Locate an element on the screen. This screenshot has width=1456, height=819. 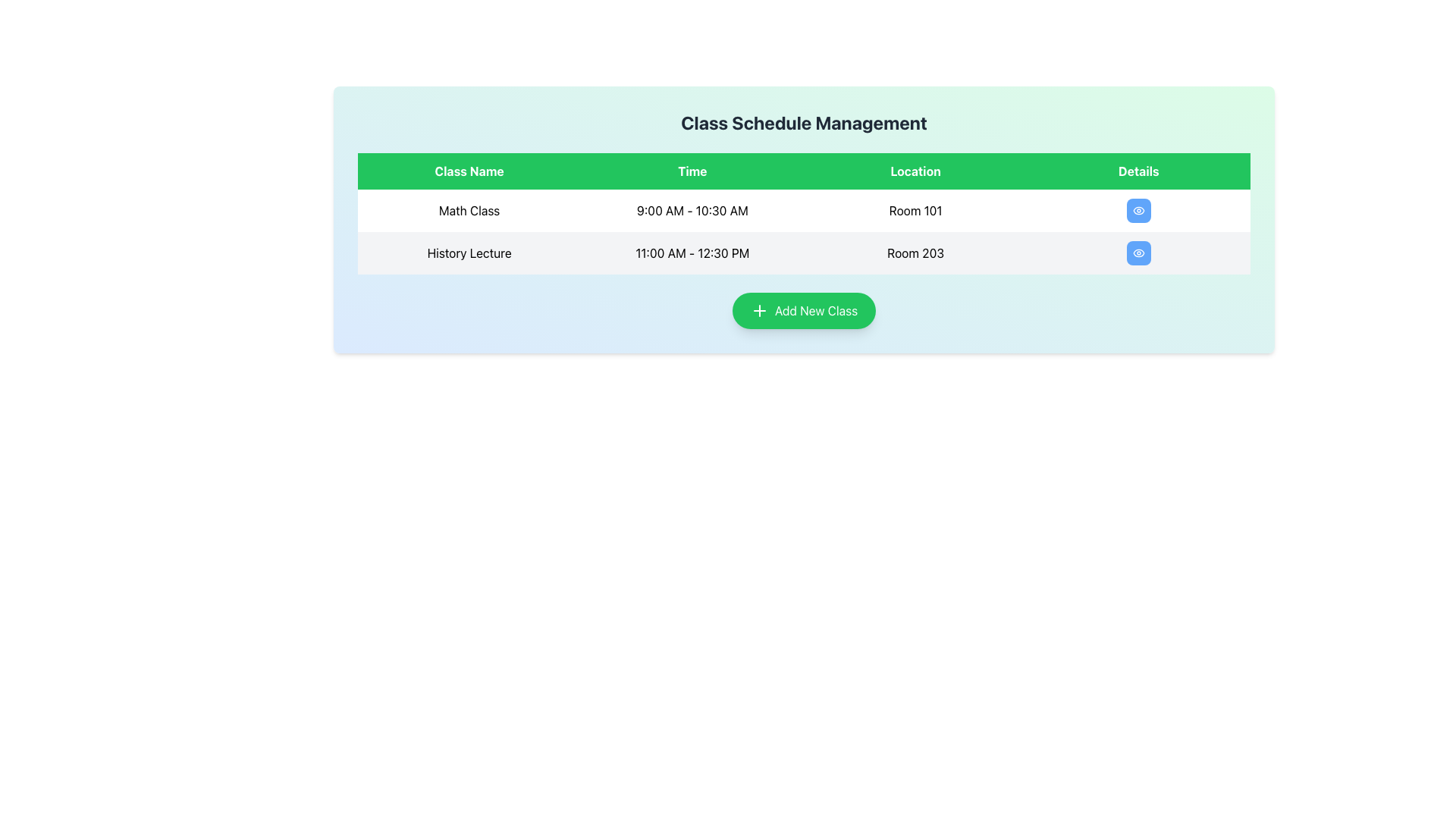
the second row of the schedule table that contains information about a specific activity is located at coordinates (803, 253).